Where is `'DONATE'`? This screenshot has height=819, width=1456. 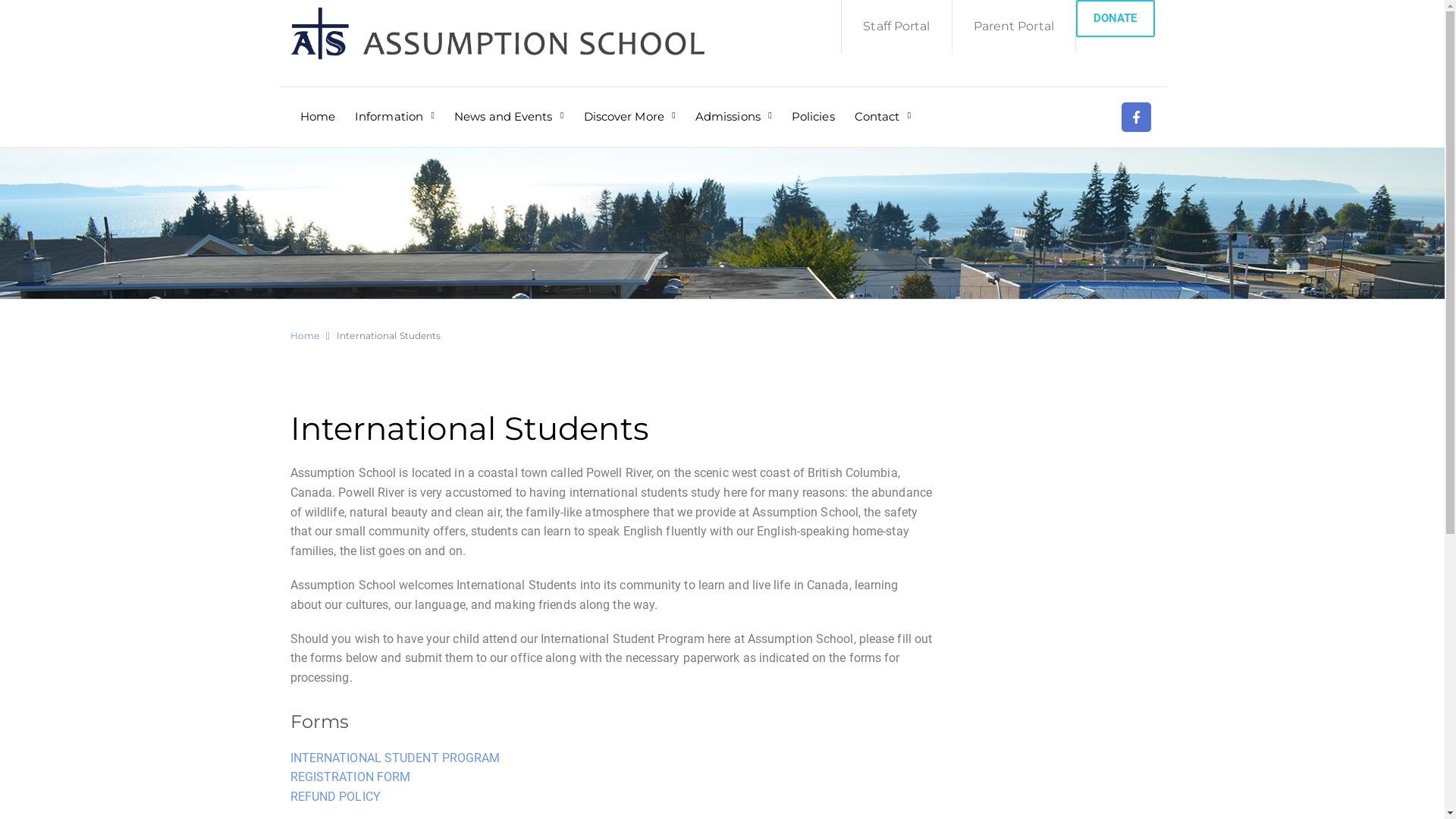
'DONATE' is located at coordinates (1075, 18).